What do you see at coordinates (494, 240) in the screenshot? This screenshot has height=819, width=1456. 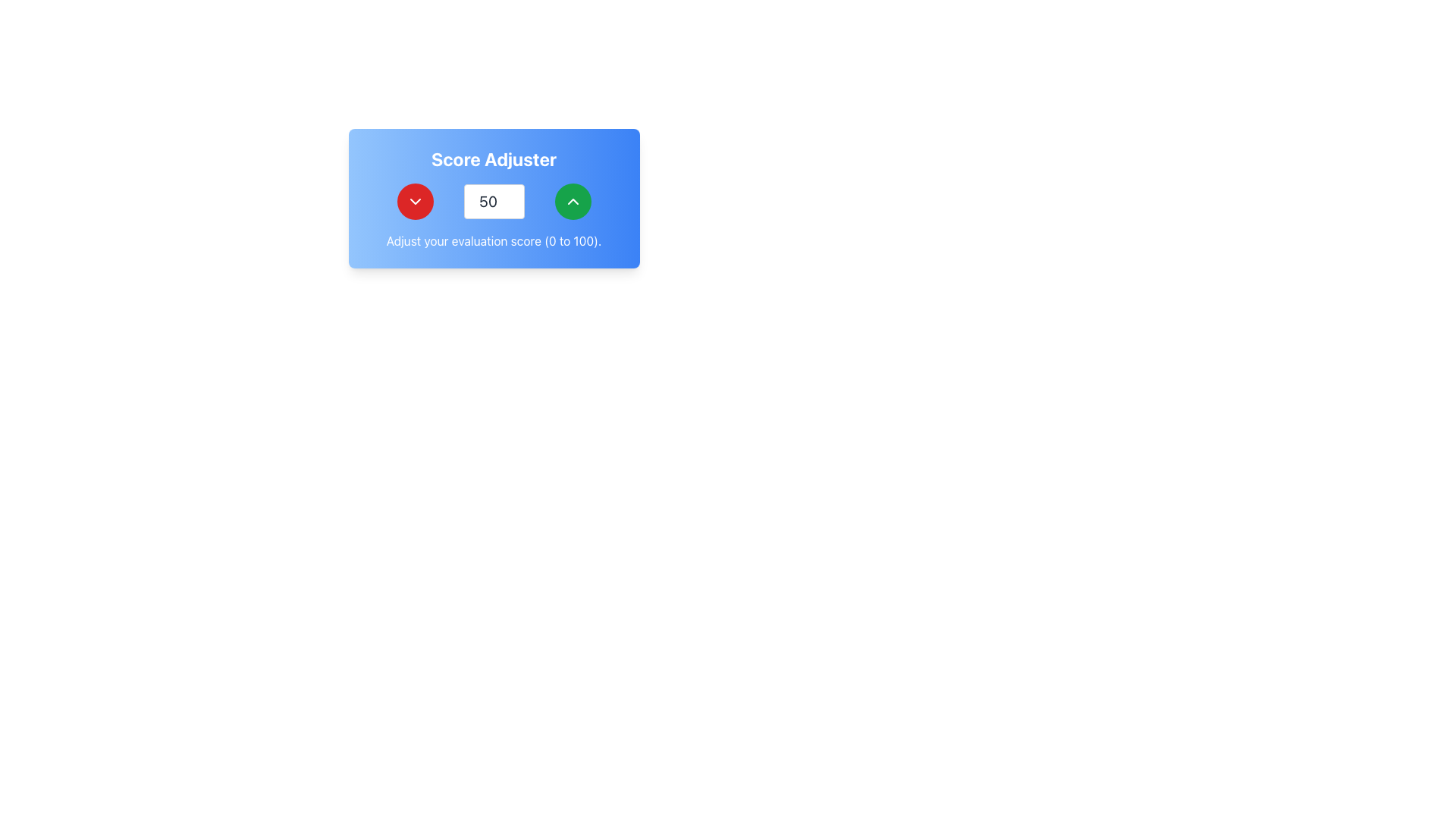 I see `the static text label that contains the text 'Adjust your evaluation score (0 to 100).' which is located below the score adjustment controls in the blue gradient background` at bounding box center [494, 240].